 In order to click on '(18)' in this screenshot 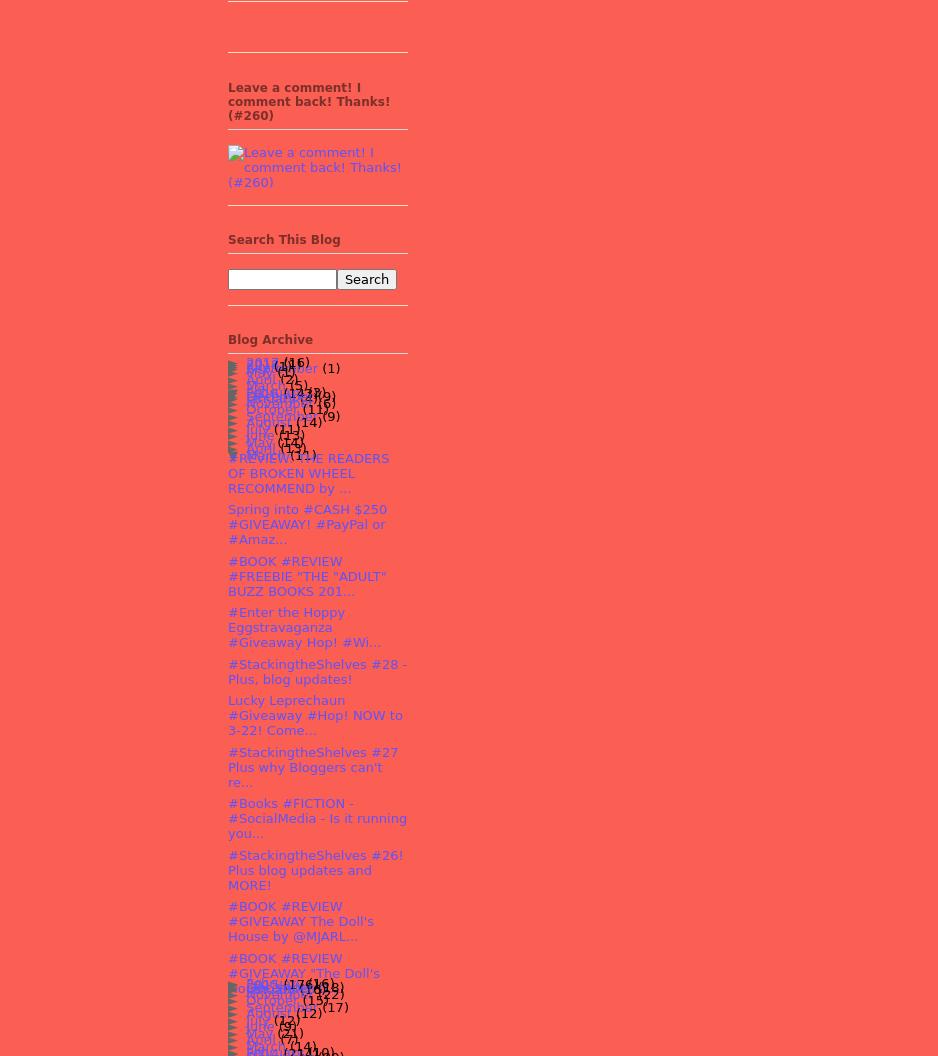, I will do `click(329, 987)`.